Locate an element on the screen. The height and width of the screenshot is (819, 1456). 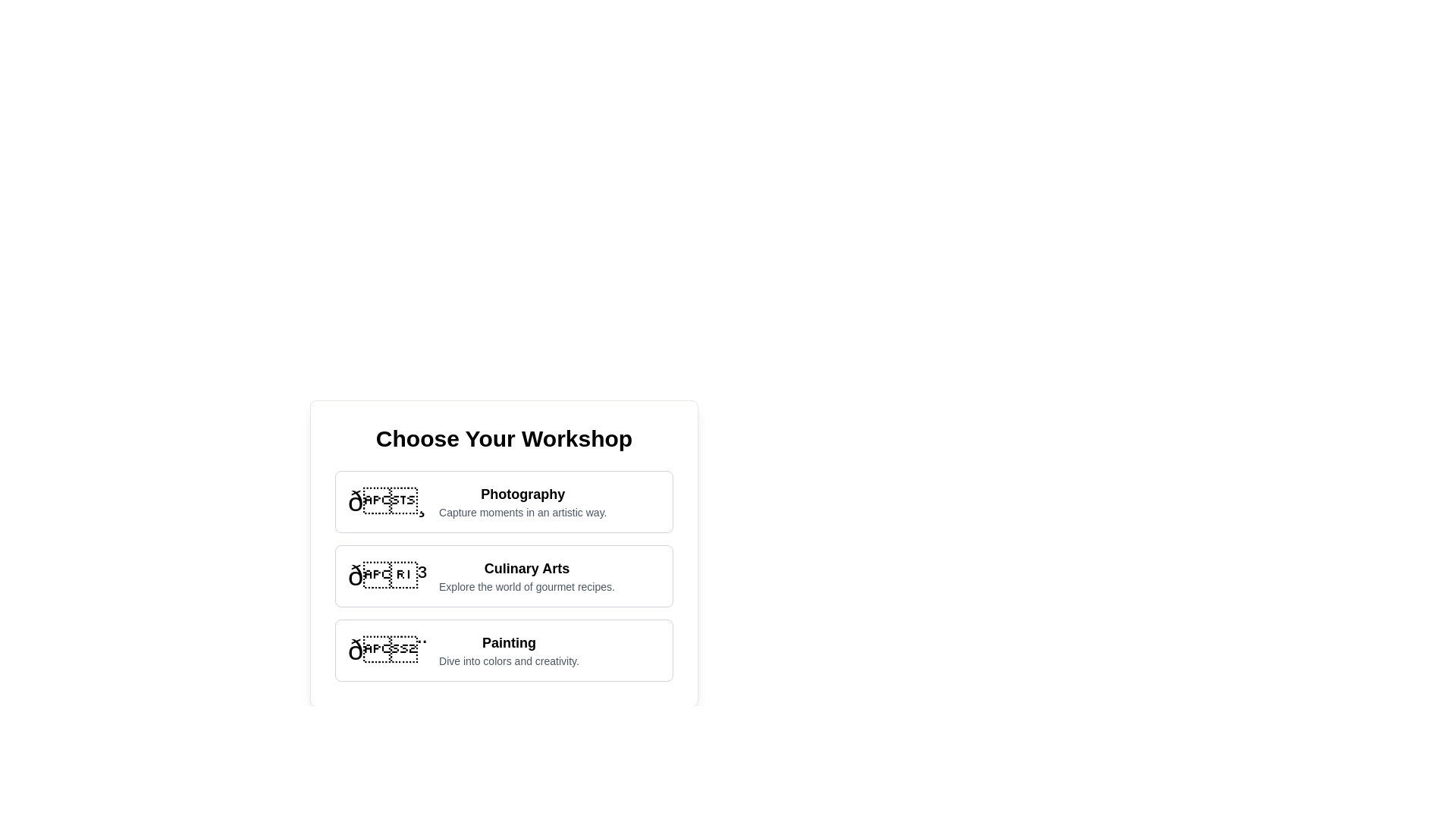
the culinary arts workshop icon located in the second option of a vertically stacked group of cards, positioned to the far left of the text 'Culinary Arts' and 'Explore the world of gourmet recipes' is located at coordinates (388, 576).